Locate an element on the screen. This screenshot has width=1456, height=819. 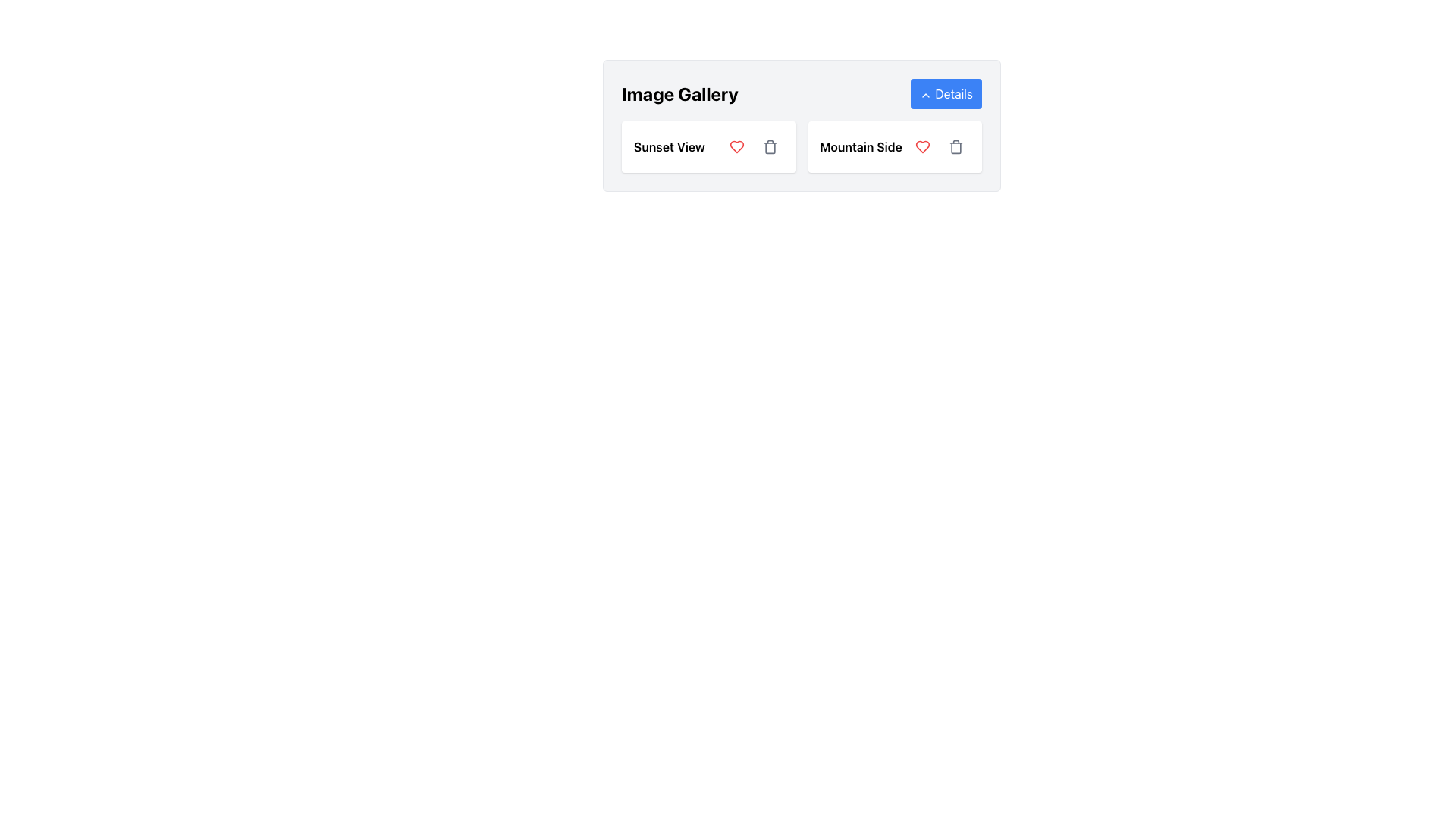
the second interactive heart-shaped icon within the 'Mountain Side' card is located at coordinates (922, 146).